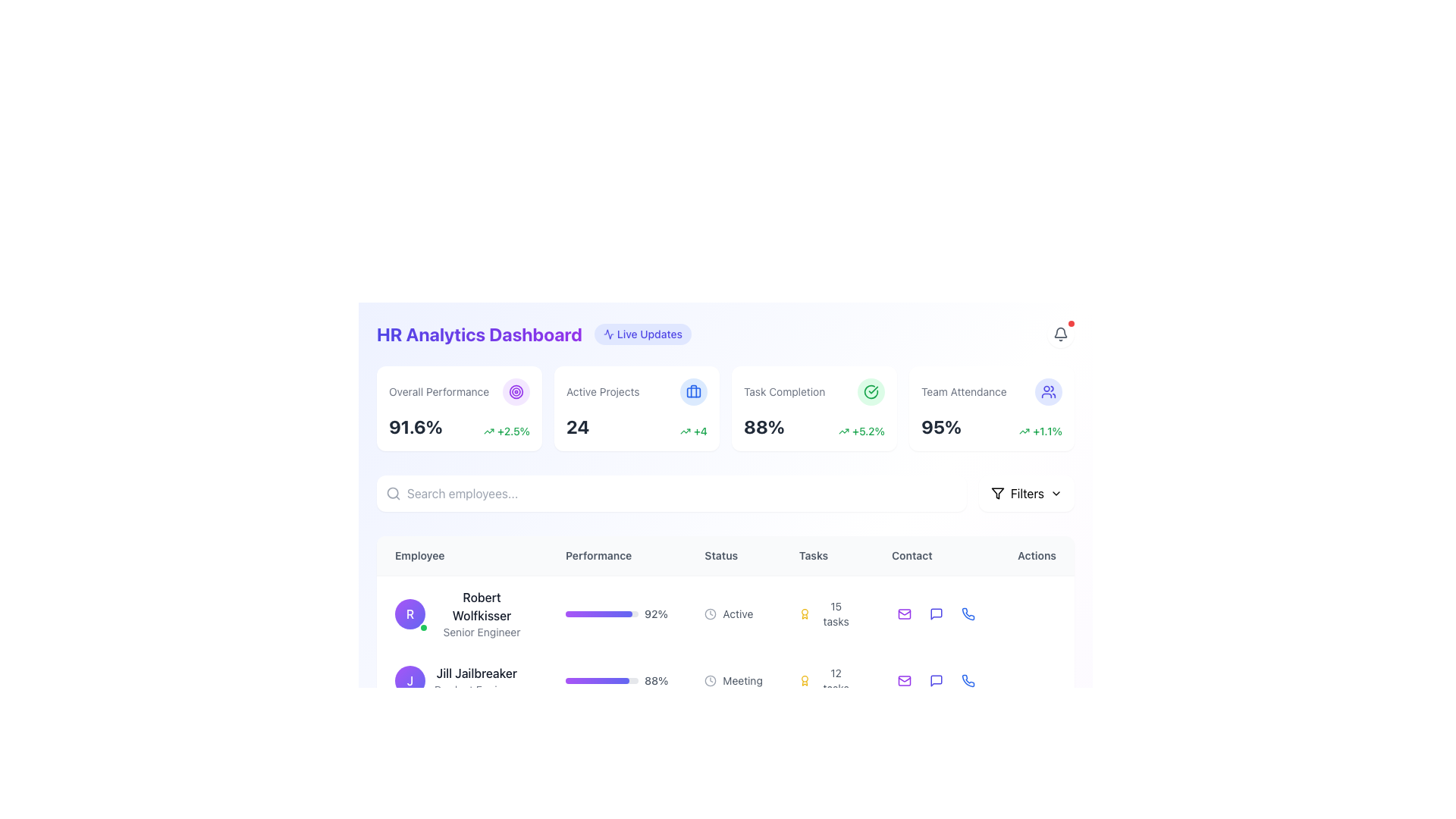 The height and width of the screenshot is (819, 1456). What do you see at coordinates (905, 680) in the screenshot?
I see `the purple envelope icon button located in the 'Actions' column of the data table, positioned in the third slot of the second row` at bounding box center [905, 680].